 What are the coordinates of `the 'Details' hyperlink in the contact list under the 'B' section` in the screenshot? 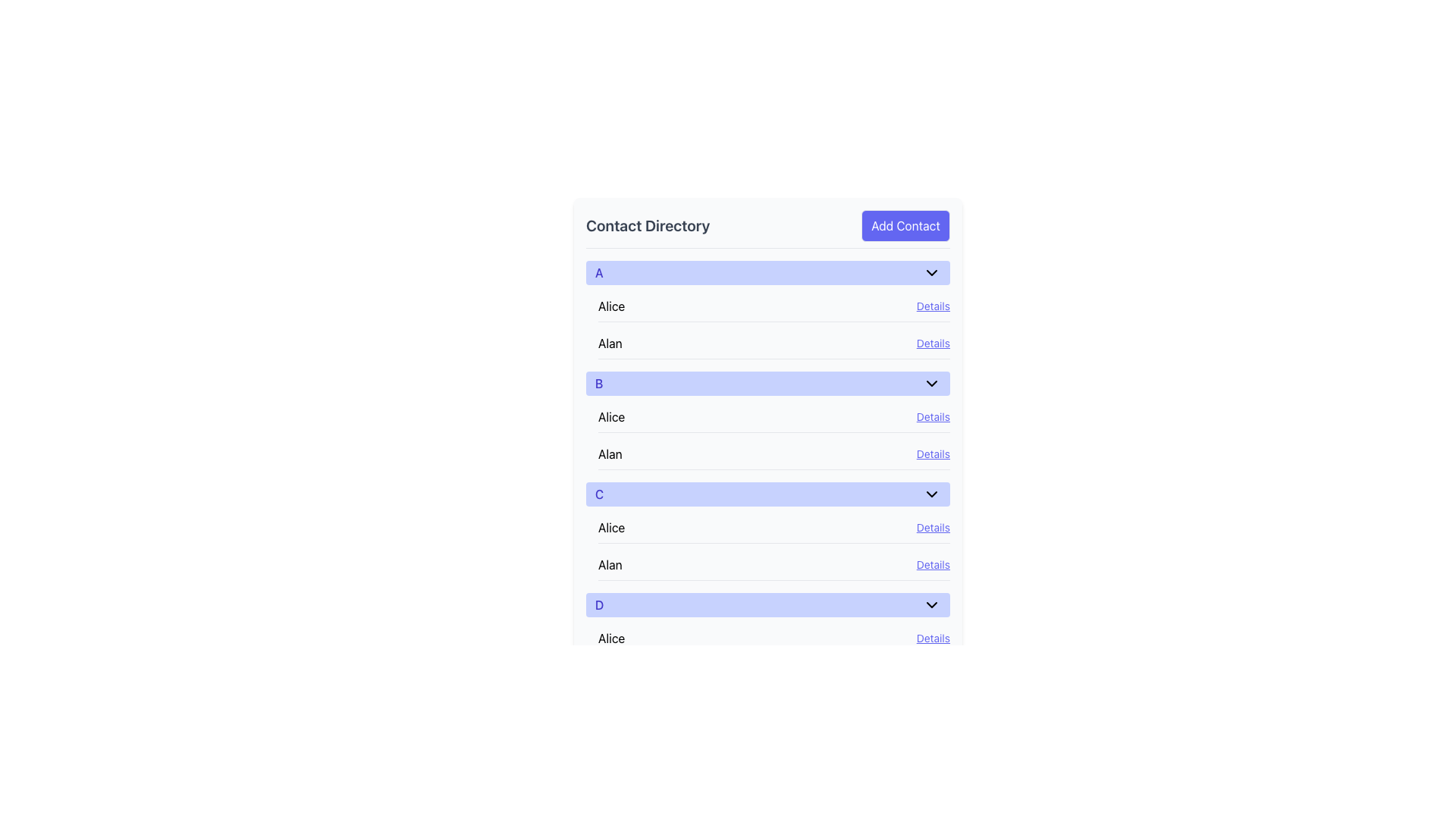 It's located at (774, 435).